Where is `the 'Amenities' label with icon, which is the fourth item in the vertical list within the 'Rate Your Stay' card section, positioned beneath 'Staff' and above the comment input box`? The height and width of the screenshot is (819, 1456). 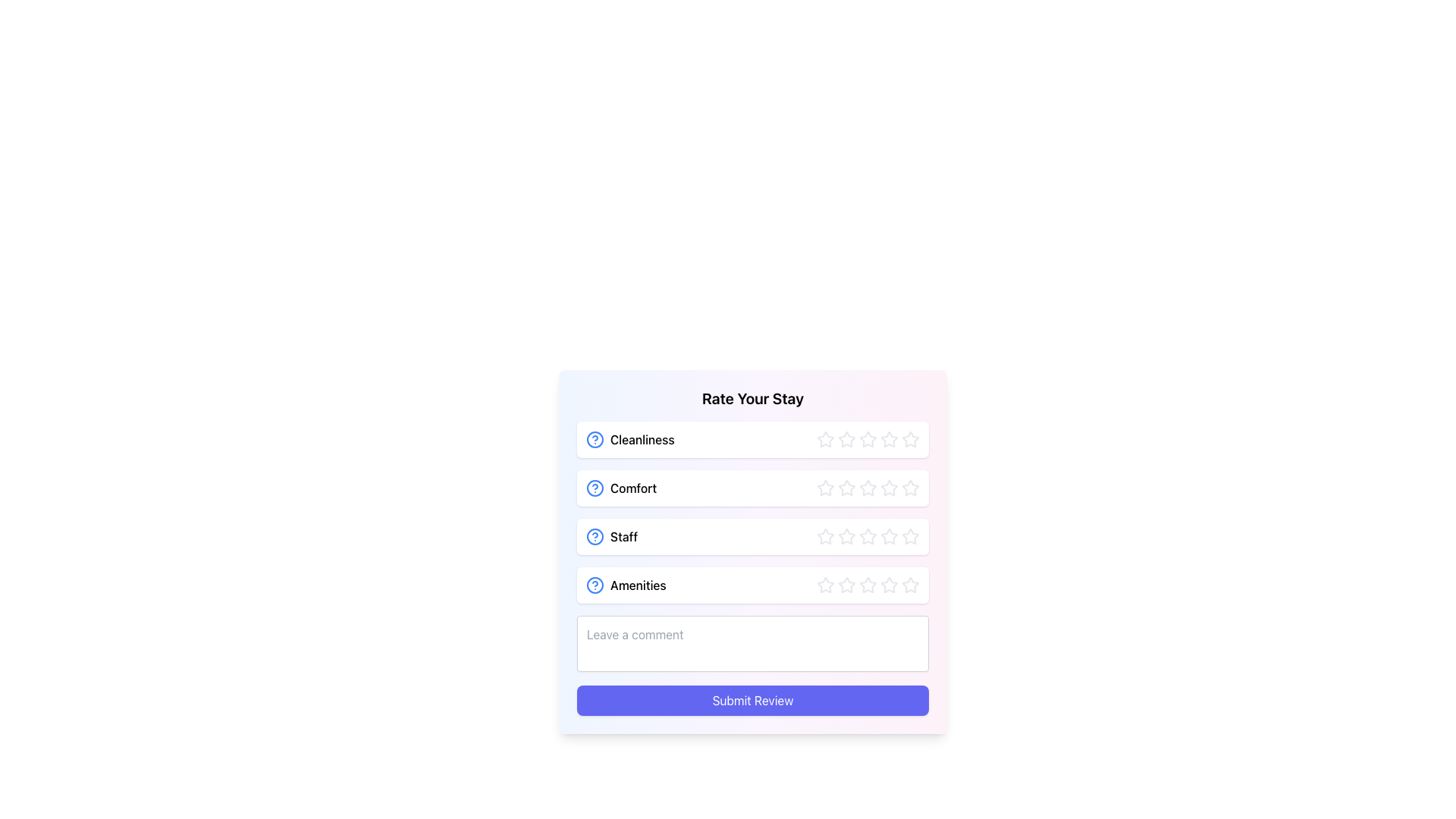 the 'Amenities' label with icon, which is the fourth item in the vertical list within the 'Rate Your Stay' card section, positioned beneath 'Staff' and above the comment input box is located at coordinates (626, 584).